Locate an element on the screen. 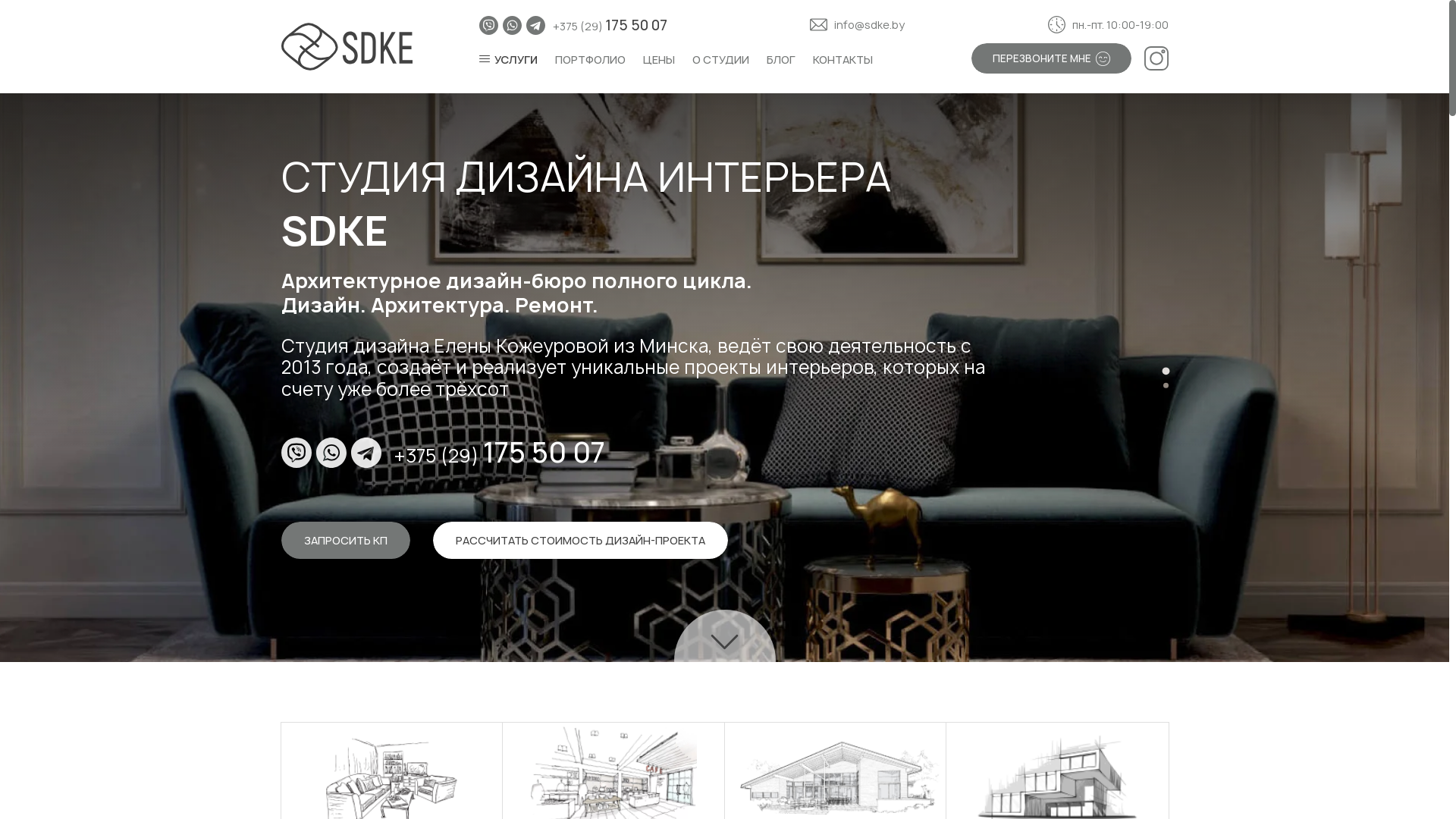 This screenshot has width=1456, height=819. '+375 (29) 175 50 07' is located at coordinates (610, 26).